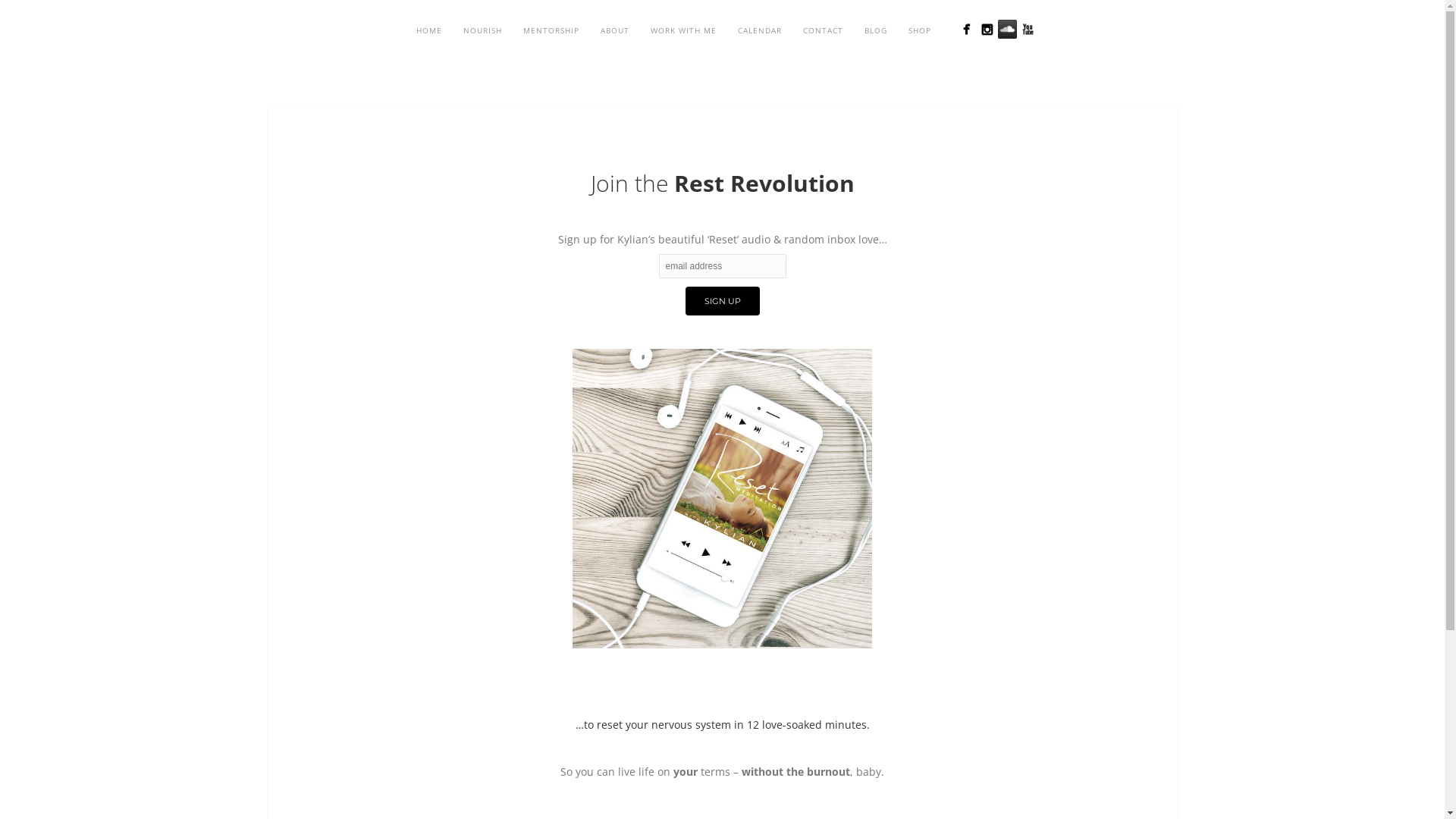 The height and width of the screenshot is (819, 1456). What do you see at coordinates (640, 30) in the screenshot?
I see `'WORK WITH ME'` at bounding box center [640, 30].